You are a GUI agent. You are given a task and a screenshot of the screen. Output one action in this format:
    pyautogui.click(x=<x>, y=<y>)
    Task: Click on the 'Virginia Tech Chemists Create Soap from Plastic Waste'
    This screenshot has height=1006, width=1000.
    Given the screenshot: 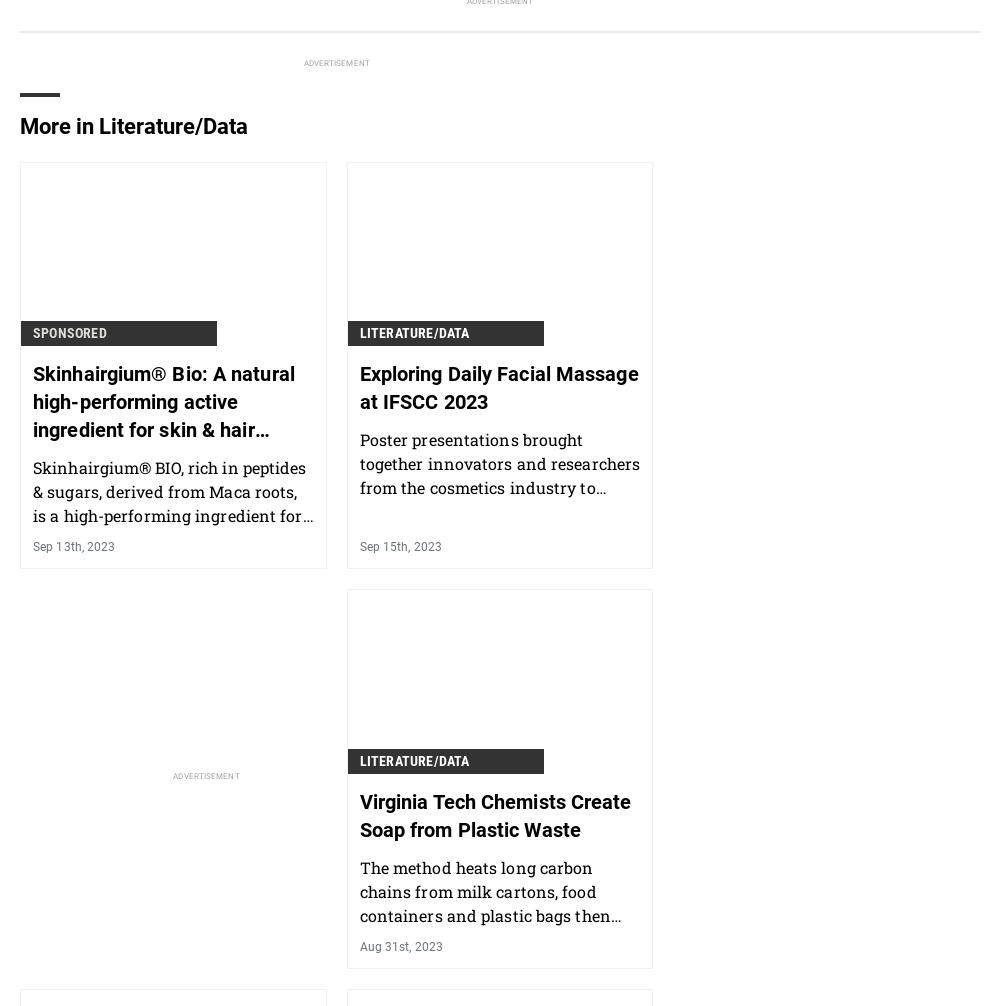 What is the action you would take?
    pyautogui.click(x=494, y=813)
    